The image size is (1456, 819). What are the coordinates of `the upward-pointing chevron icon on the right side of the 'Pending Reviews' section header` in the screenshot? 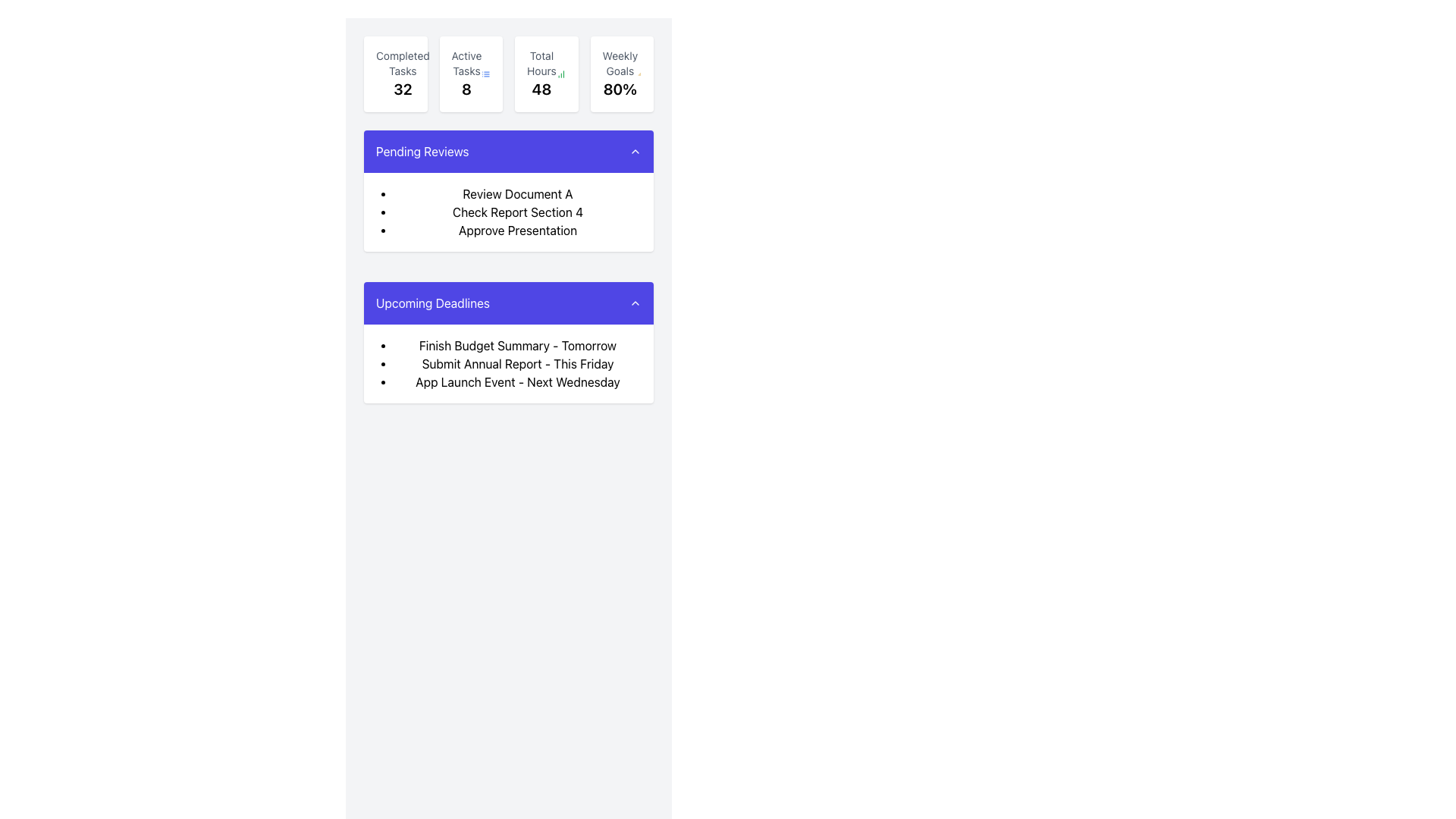 It's located at (635, 152).